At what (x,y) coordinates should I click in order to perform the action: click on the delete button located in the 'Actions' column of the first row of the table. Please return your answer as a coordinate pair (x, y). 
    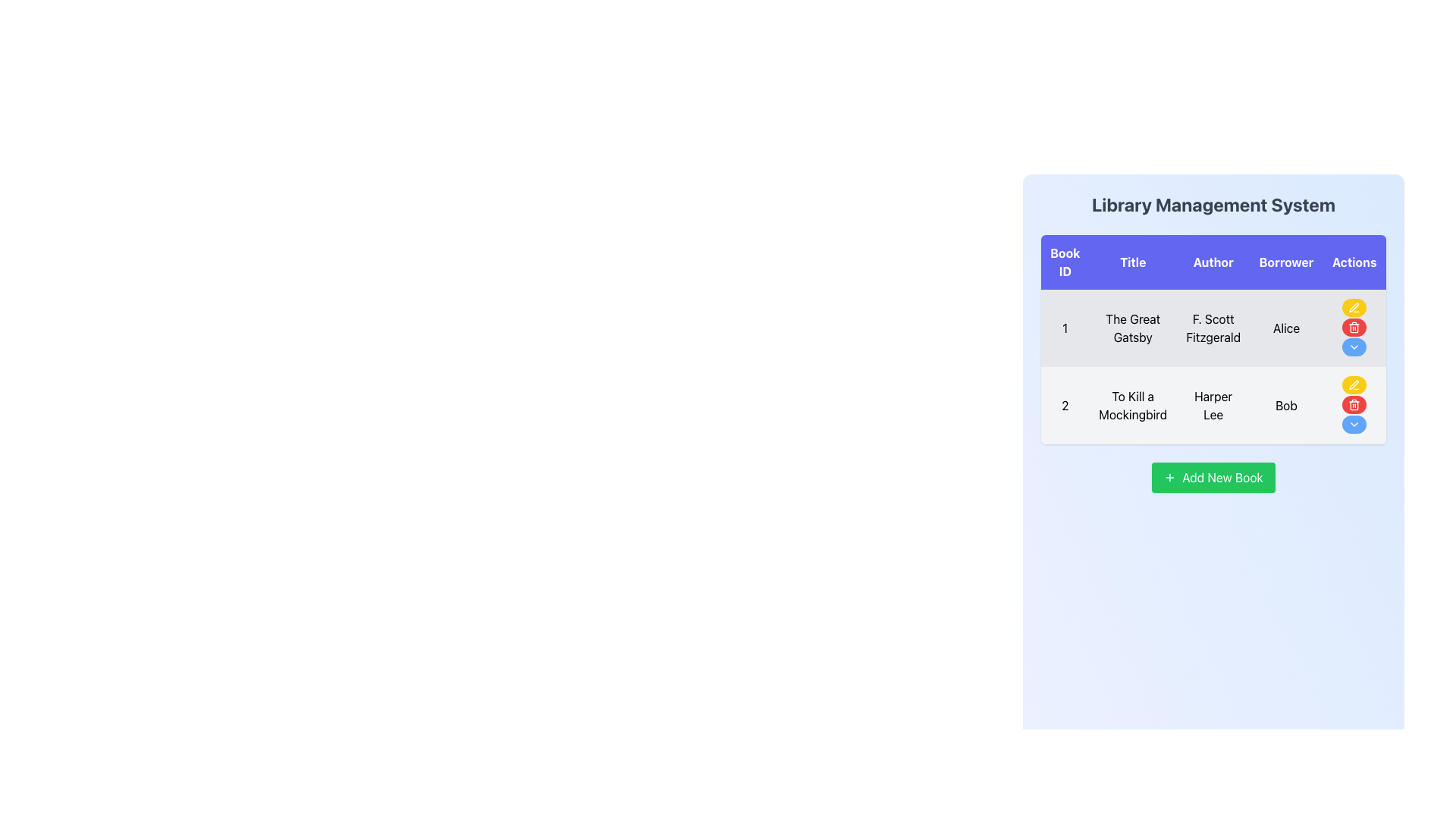
    Looking at the image, I should click on (1354, 327).